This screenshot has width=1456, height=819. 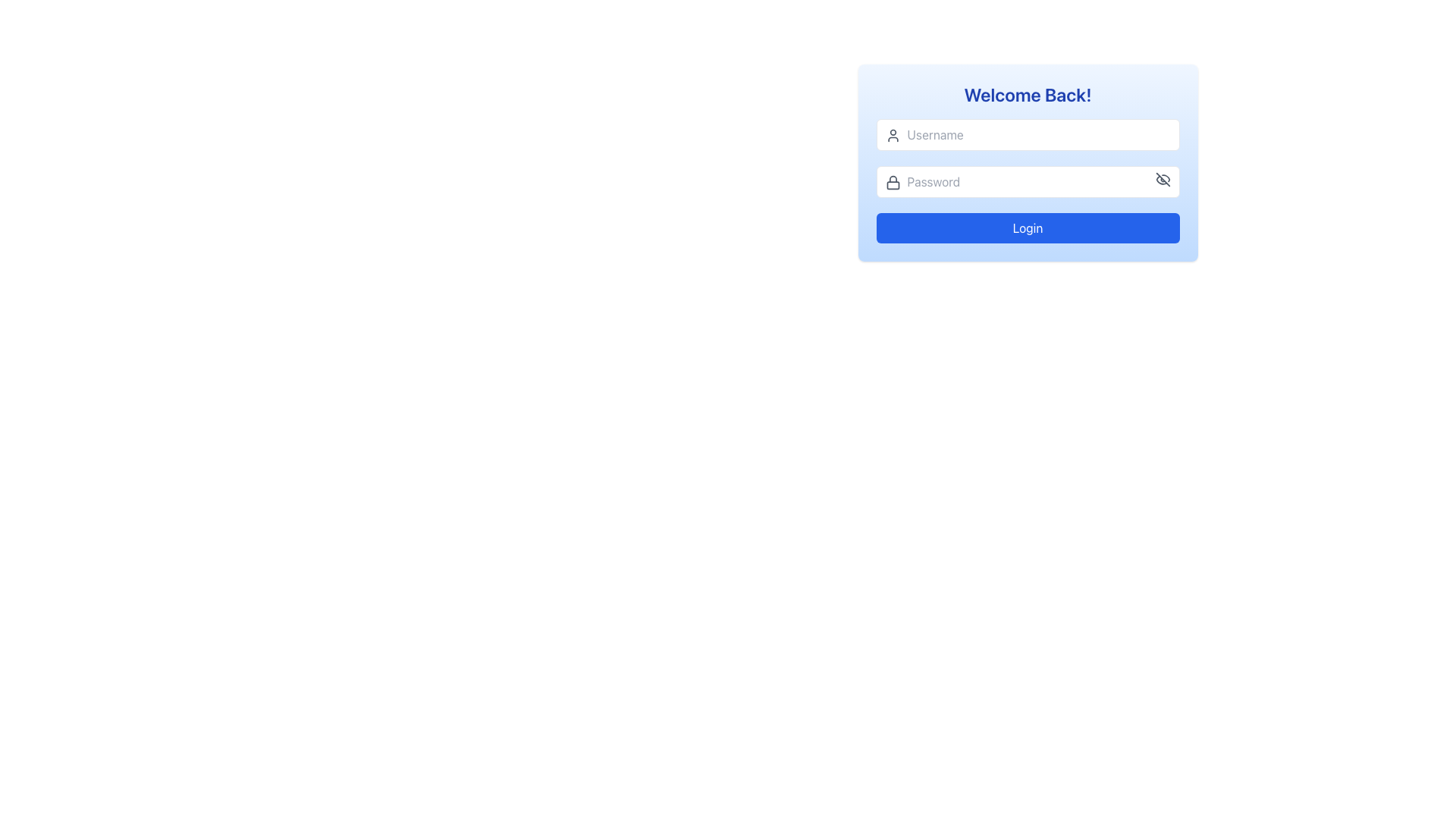 I want to click on the submission button located at the bottom of the login form, so click(x=1028, y=227).